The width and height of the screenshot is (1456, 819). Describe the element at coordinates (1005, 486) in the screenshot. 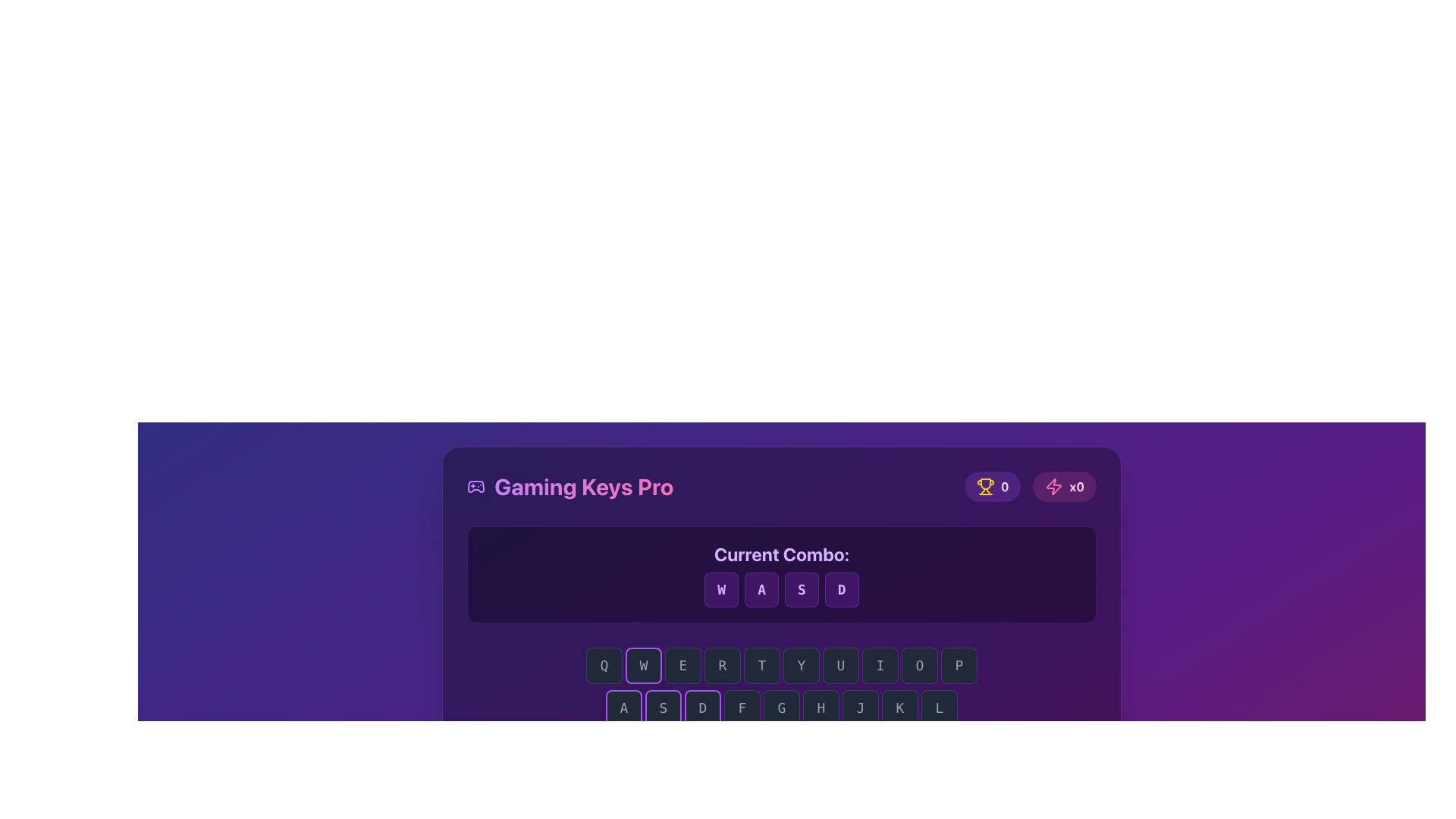

I see `the text label displaying a numeric value next to the trophy icon located at the top-right corner of the main content area` at that location.